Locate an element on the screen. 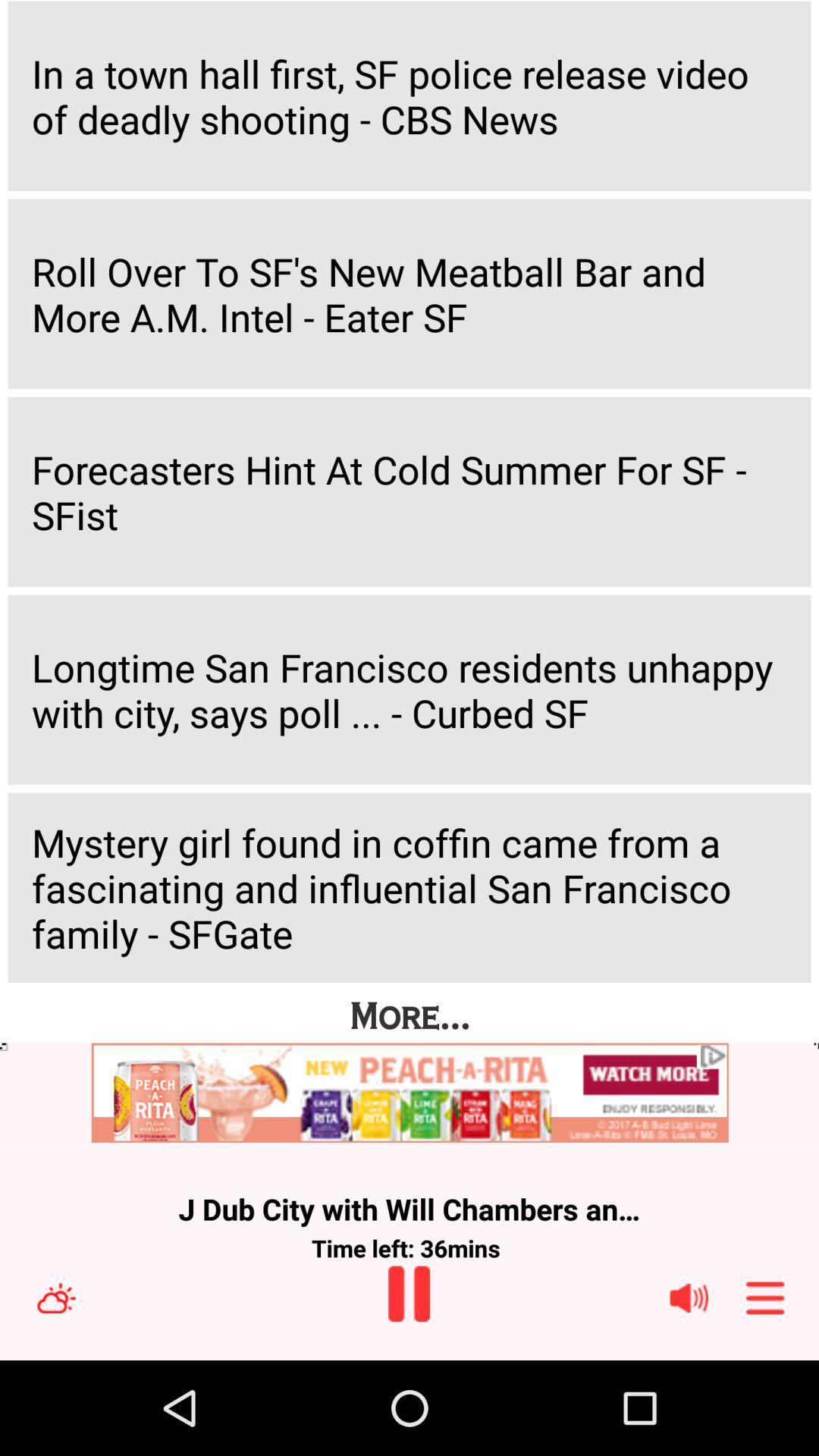 Image resolution: width=819 pixels, height=1456 pixels. the menu icon is located at coordinates (765, 1389).